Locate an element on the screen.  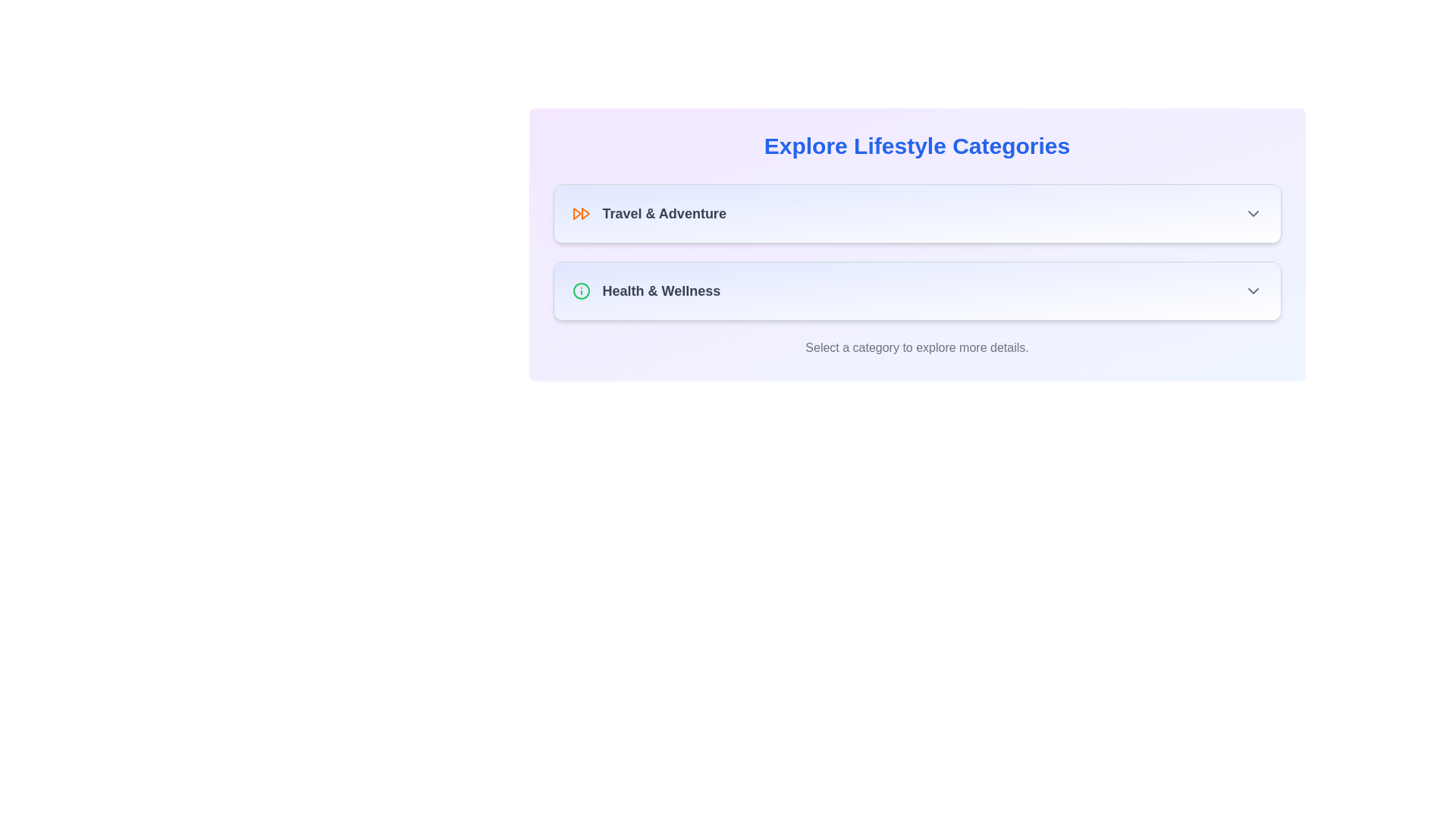
the orange forward-pointing triangle decorative icon located on the left side of the 'Travel & Adventure' list item is located at coordinates (576, 213).